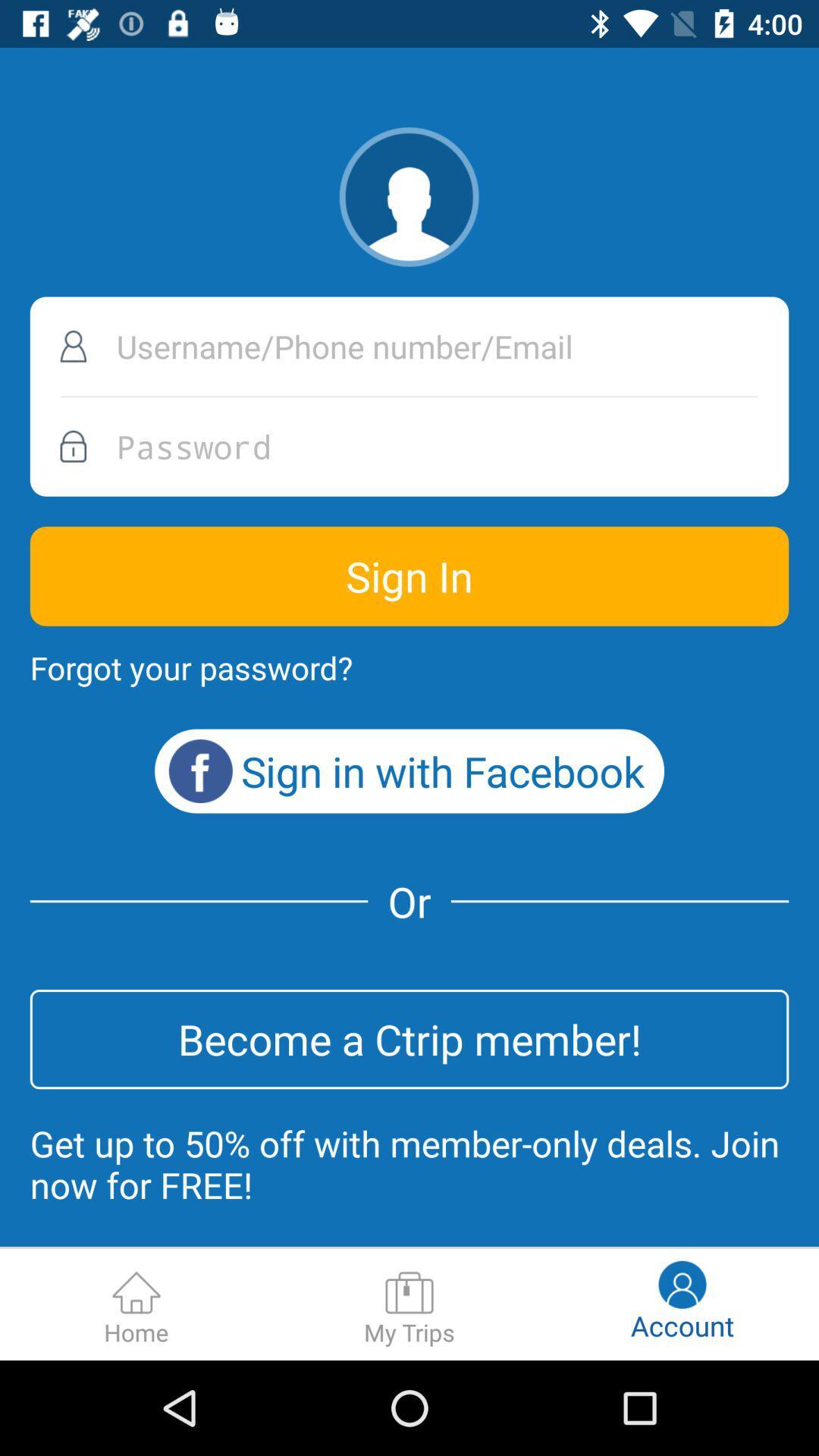  I want to click on item above sign in with, so click(190, 667).